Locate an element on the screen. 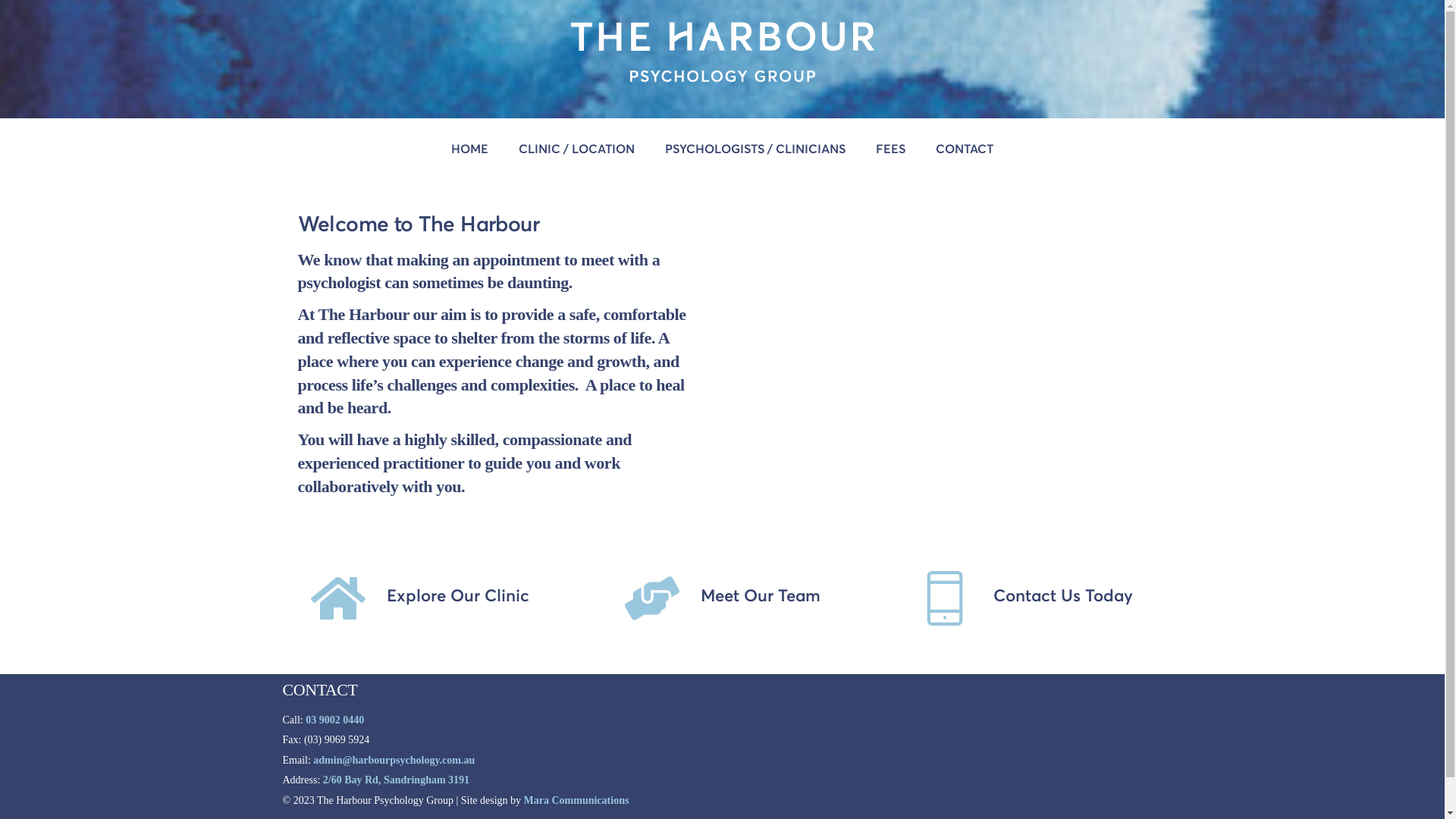  'HOME' is located at coordinates (469, 149).